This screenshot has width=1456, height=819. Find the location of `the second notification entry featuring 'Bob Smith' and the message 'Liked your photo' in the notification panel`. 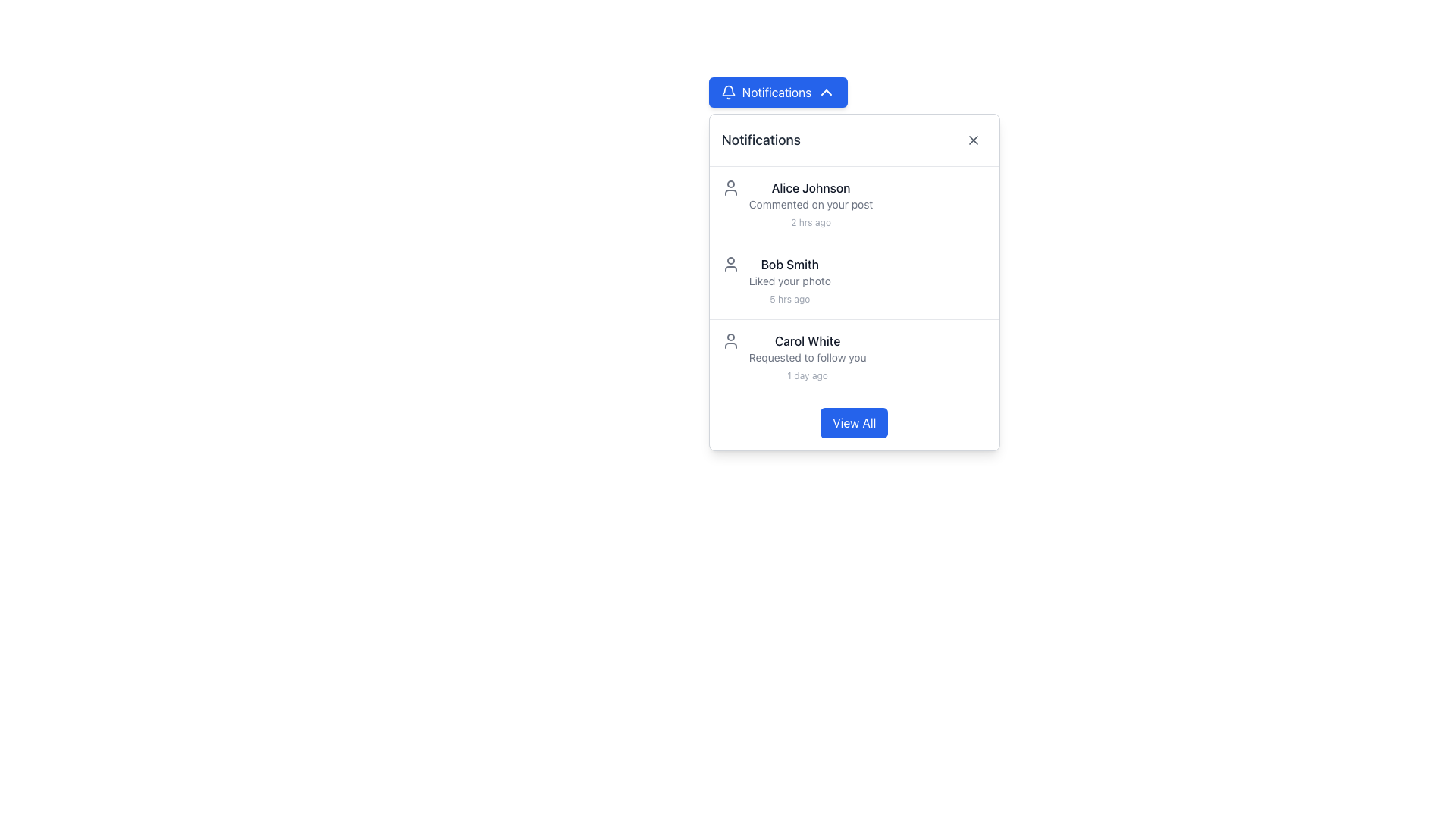

the second notification entry featuring 'Bob Smith' and the message 'Liked your photo' in the notification panel is located at coordinates (854, 281).